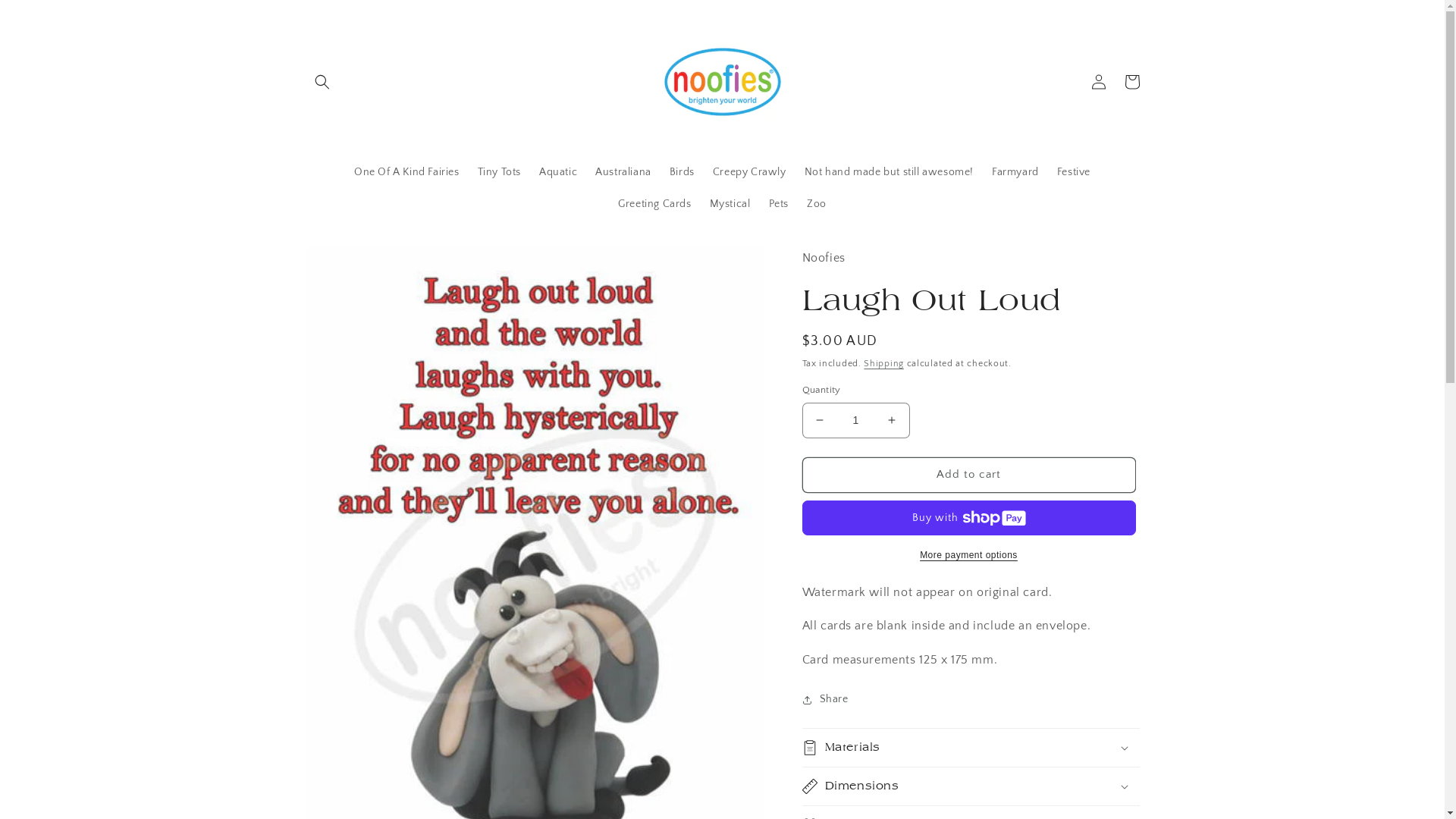 This screenshot has height=819, width=1456. Describe the element at coordinates (883, 363) in the screenshot. I see `'Shipping'` at that location.